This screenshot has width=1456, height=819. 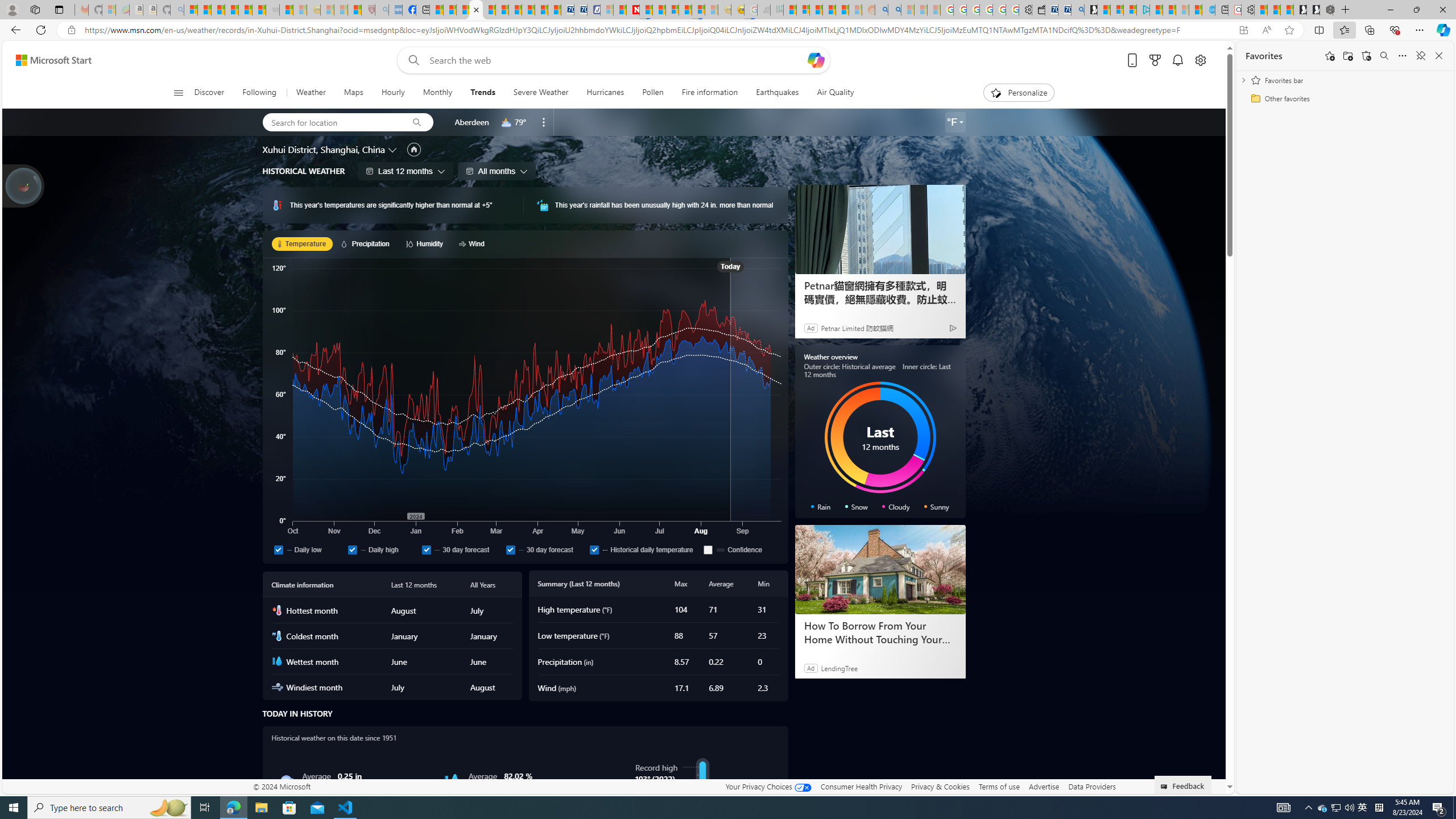 I want to click on 'Set as primary location', so click(x=413, y=148).